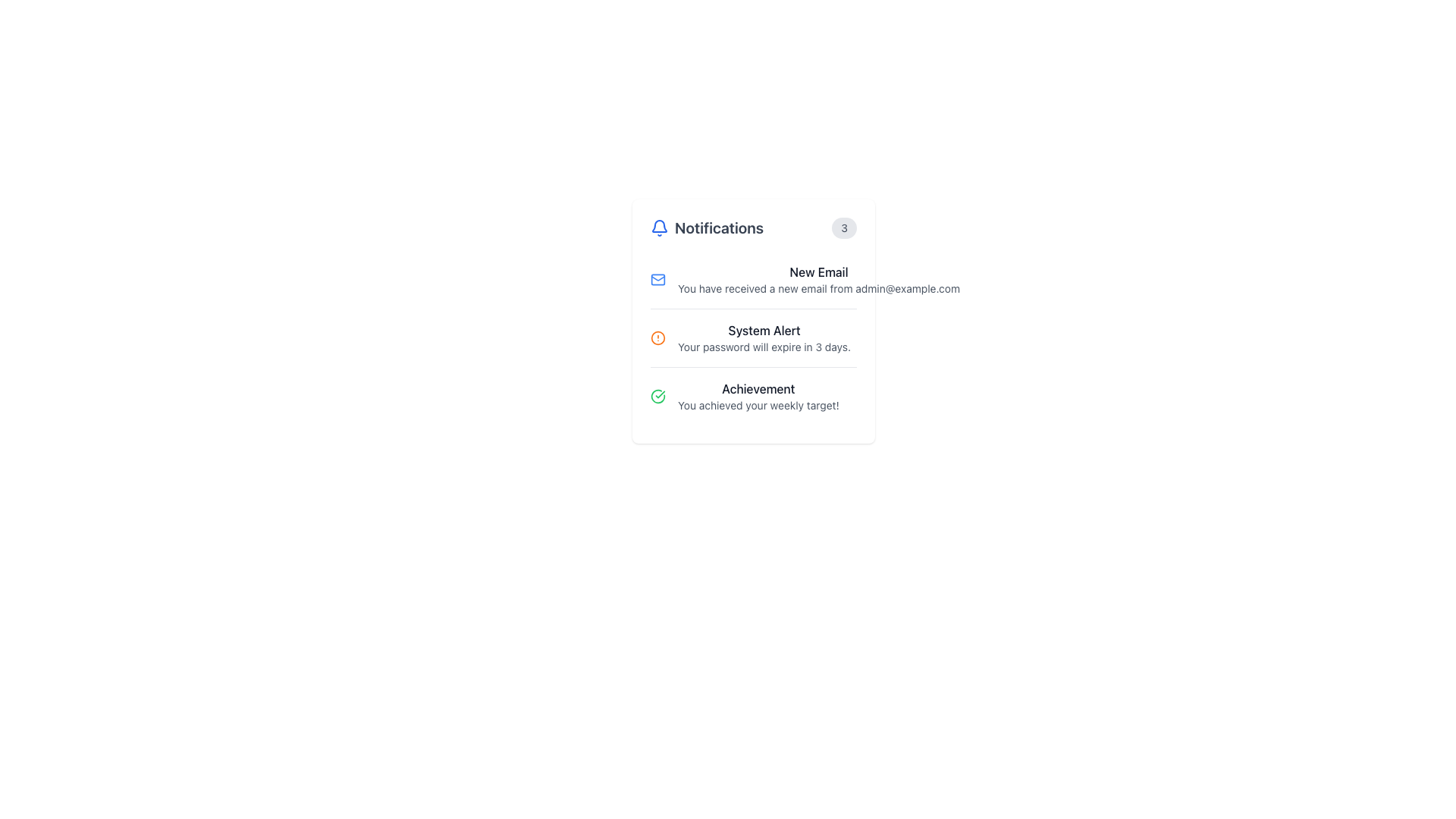 Image resolution: width=1456 pixels, height=819 pixels. What do you see at coordinates (753, 227) in the screenshot?
I see `the notification header element, which consists of an icon, text, and a badge indicating the number of notifications` at bounding box center [753, 227].